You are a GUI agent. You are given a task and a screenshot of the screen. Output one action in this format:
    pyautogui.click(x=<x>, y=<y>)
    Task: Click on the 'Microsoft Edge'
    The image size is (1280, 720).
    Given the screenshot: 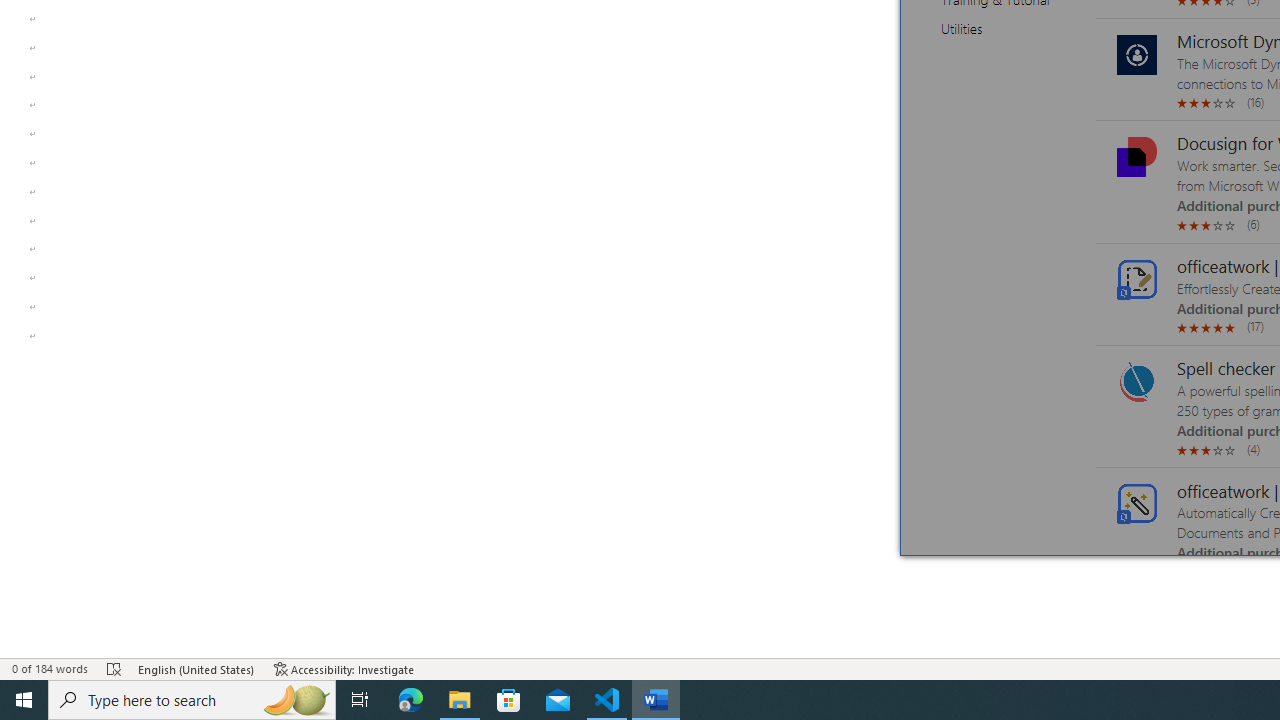 What is the action you would take?
    pyautogui.click(x=410, y=698)
    